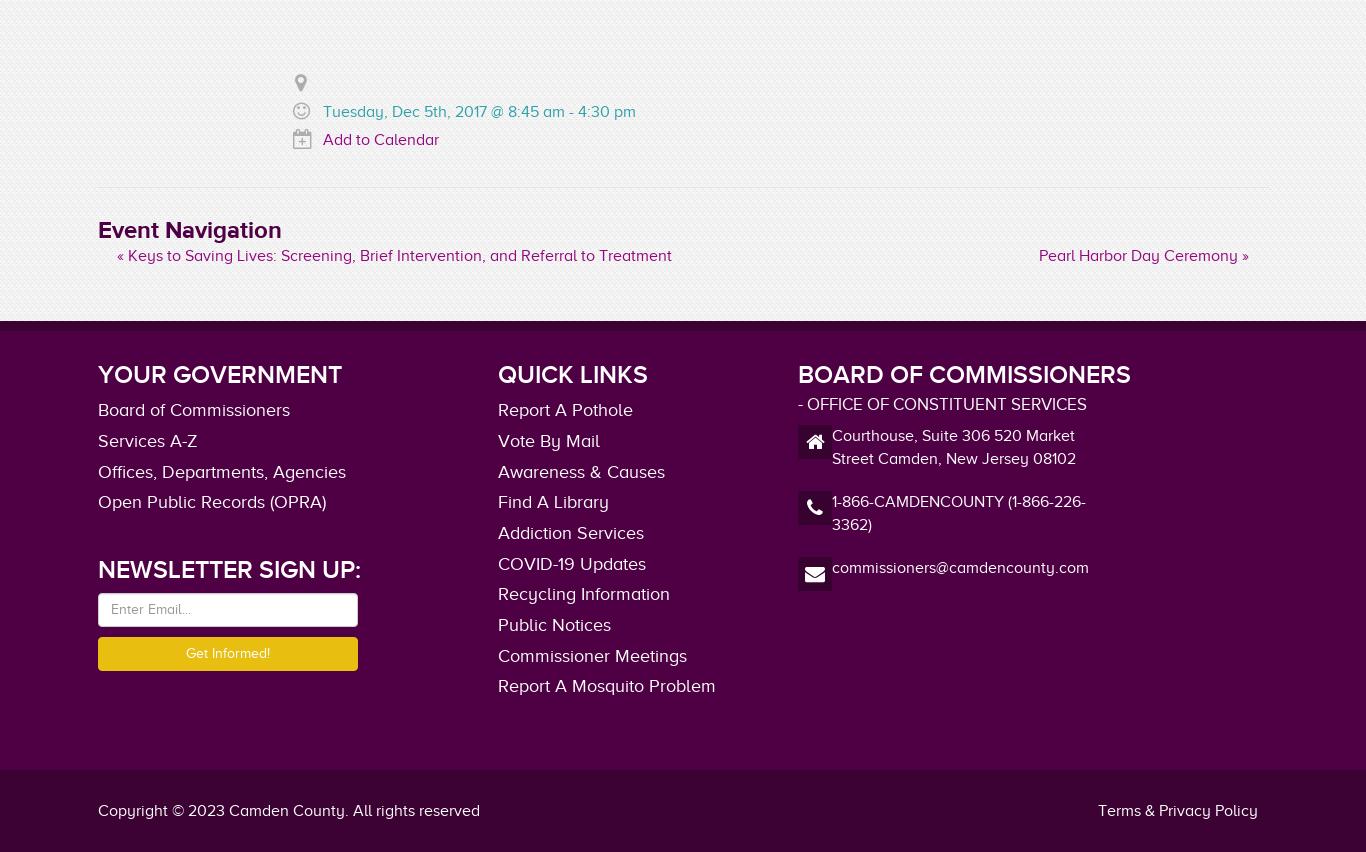 Image resolution: width=1366 pixels, height=852 pixels. What do you see at coordinates (97, 228) in the screenshot?
I see `'Event Navigation'` at bounding box center [97, 228].